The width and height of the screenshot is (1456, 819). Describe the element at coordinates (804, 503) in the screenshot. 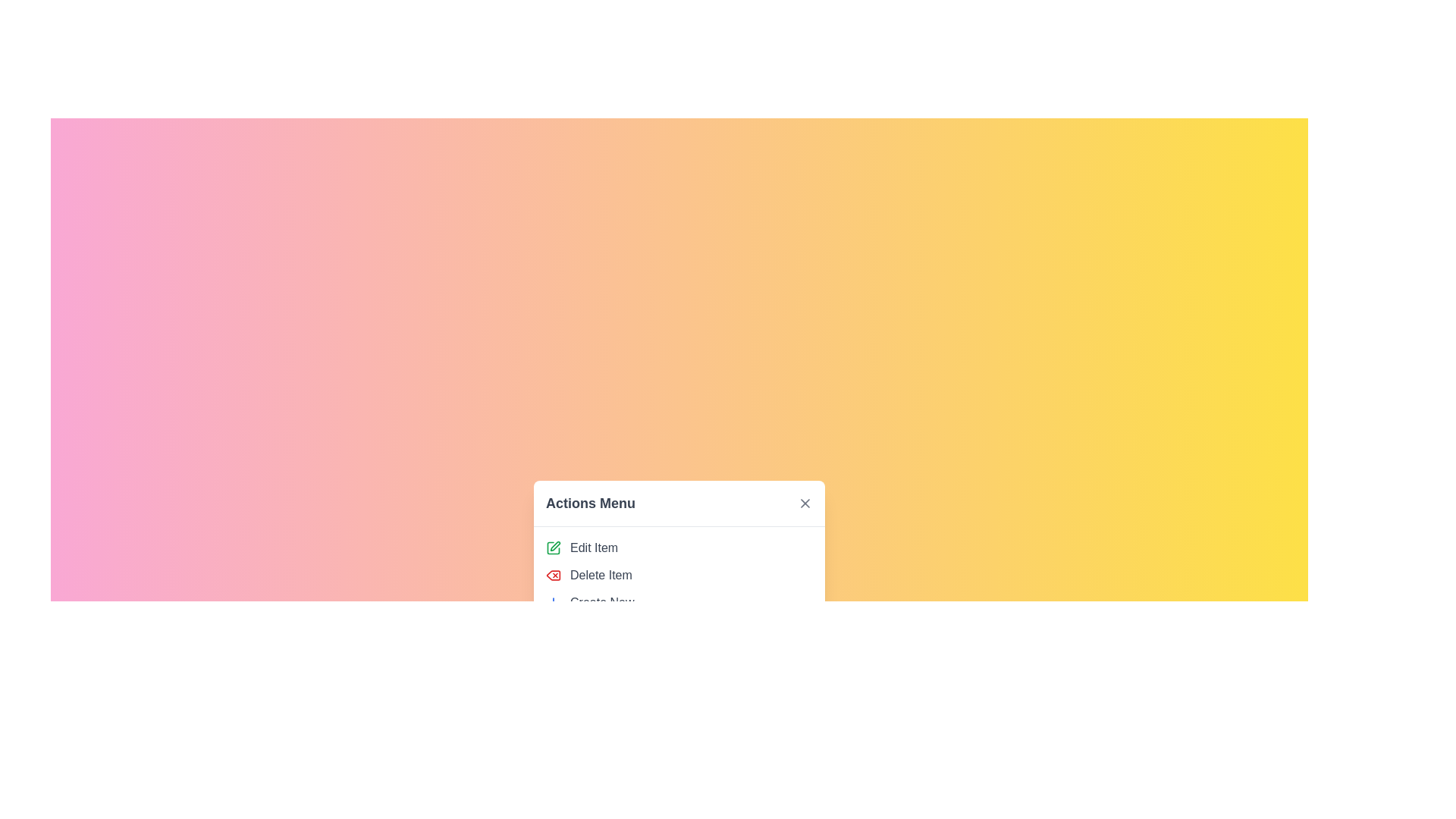

I see `the close button icon located in the top-right corner of the 'Actions Menu' pop-up` at that location.